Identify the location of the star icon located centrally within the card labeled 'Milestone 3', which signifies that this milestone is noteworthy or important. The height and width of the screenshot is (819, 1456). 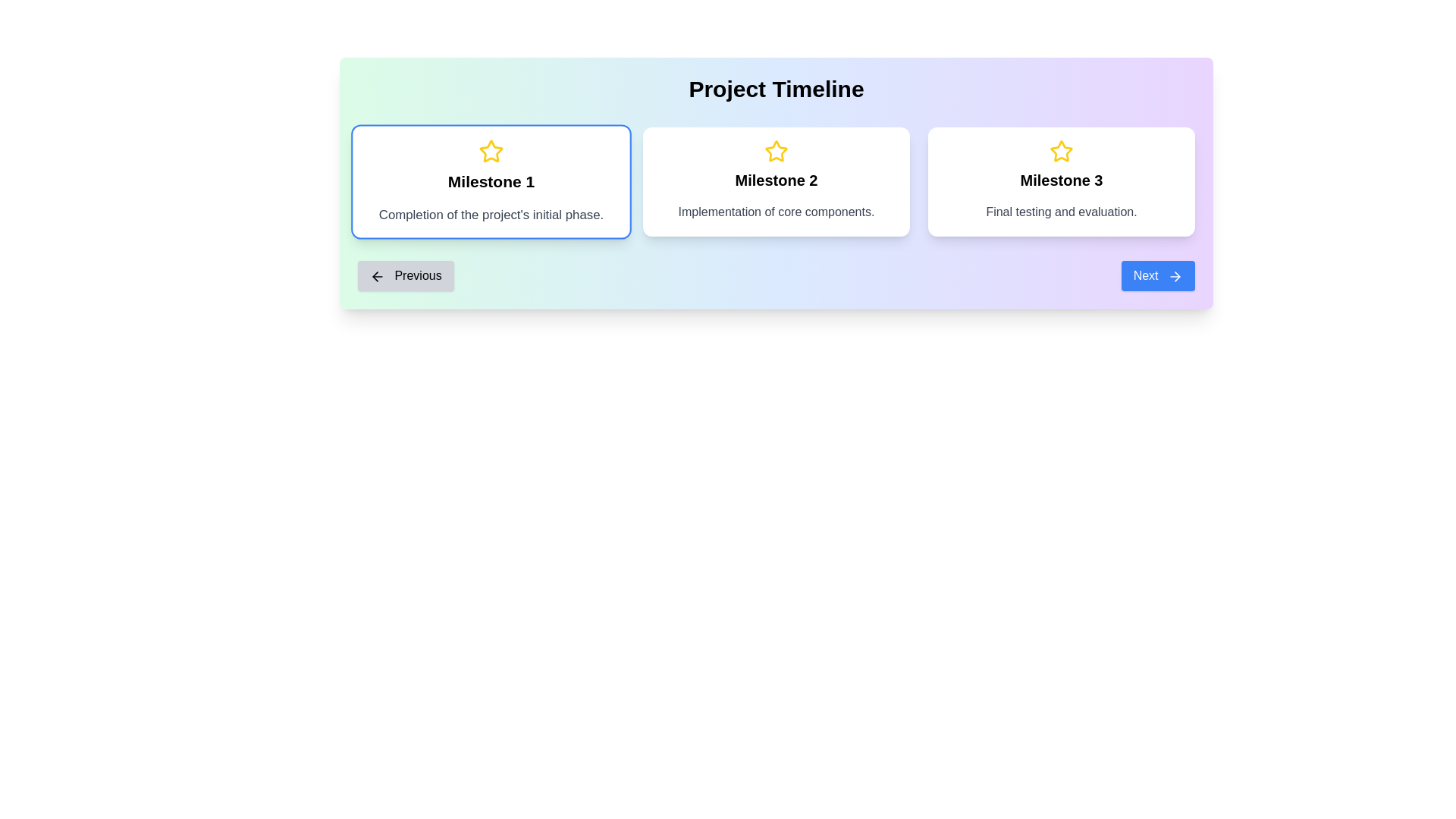
(1061, 151).